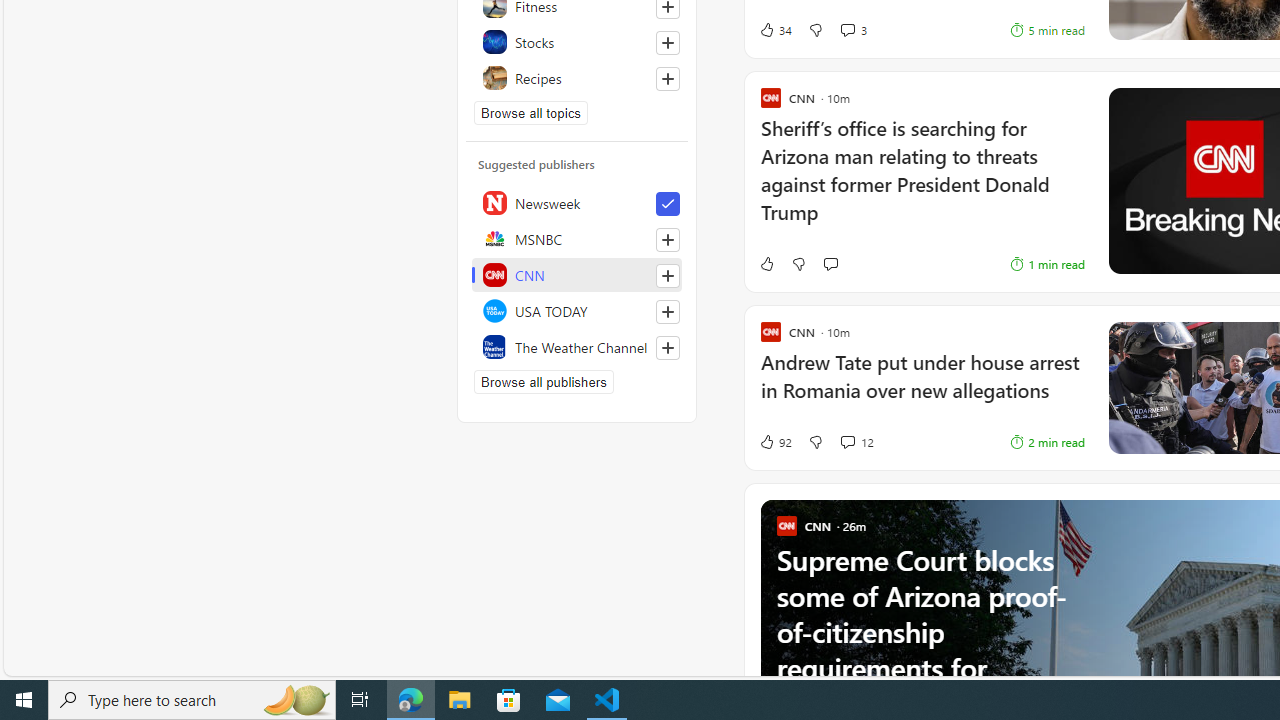  Describe the element at coordinates (544, 381) in the screenshot. I see `'Browse all publishers'` at that location.